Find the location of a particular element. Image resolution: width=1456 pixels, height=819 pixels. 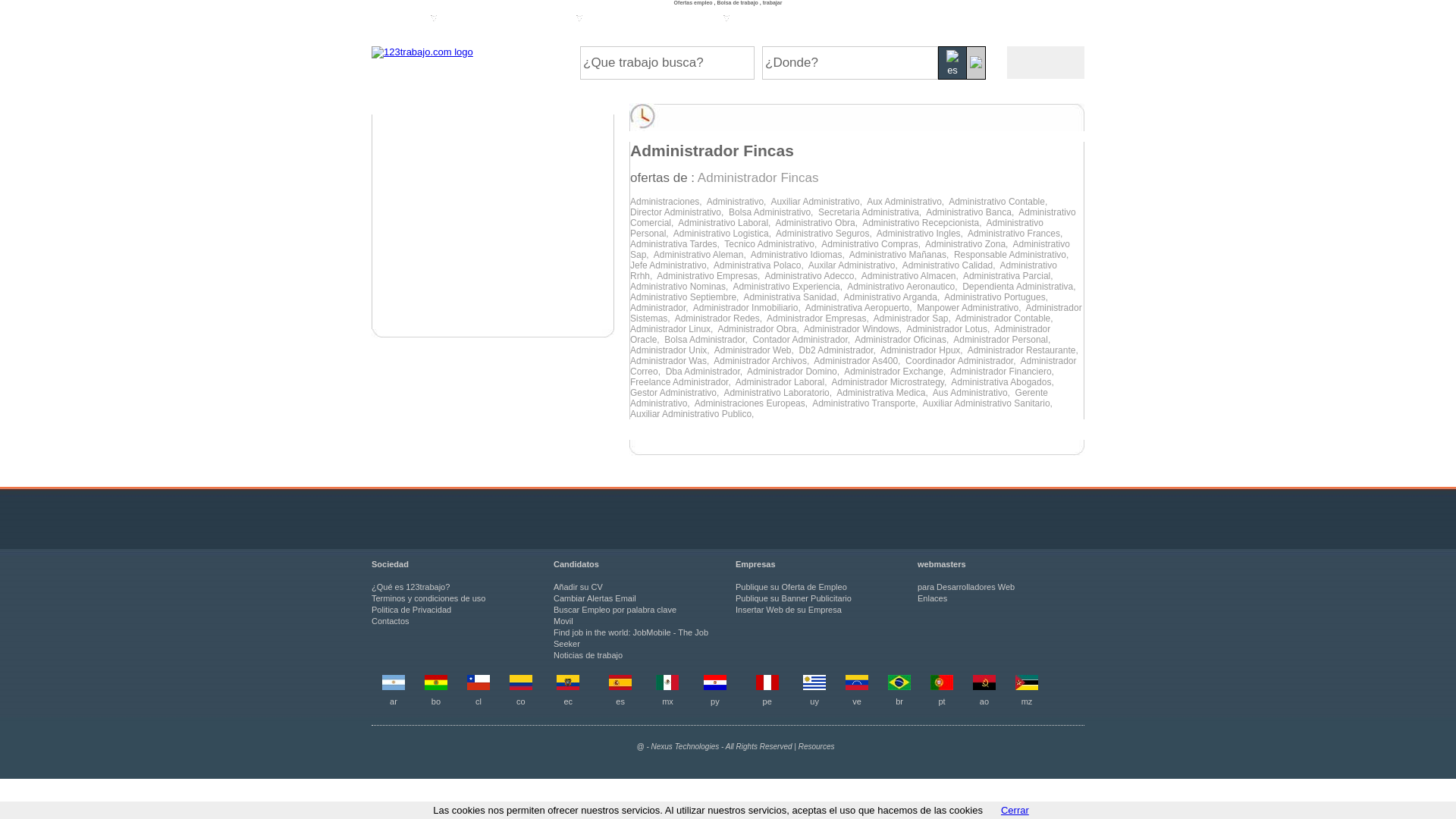

'Gestor Administrativo, ' is located at coordinates (676, 391).